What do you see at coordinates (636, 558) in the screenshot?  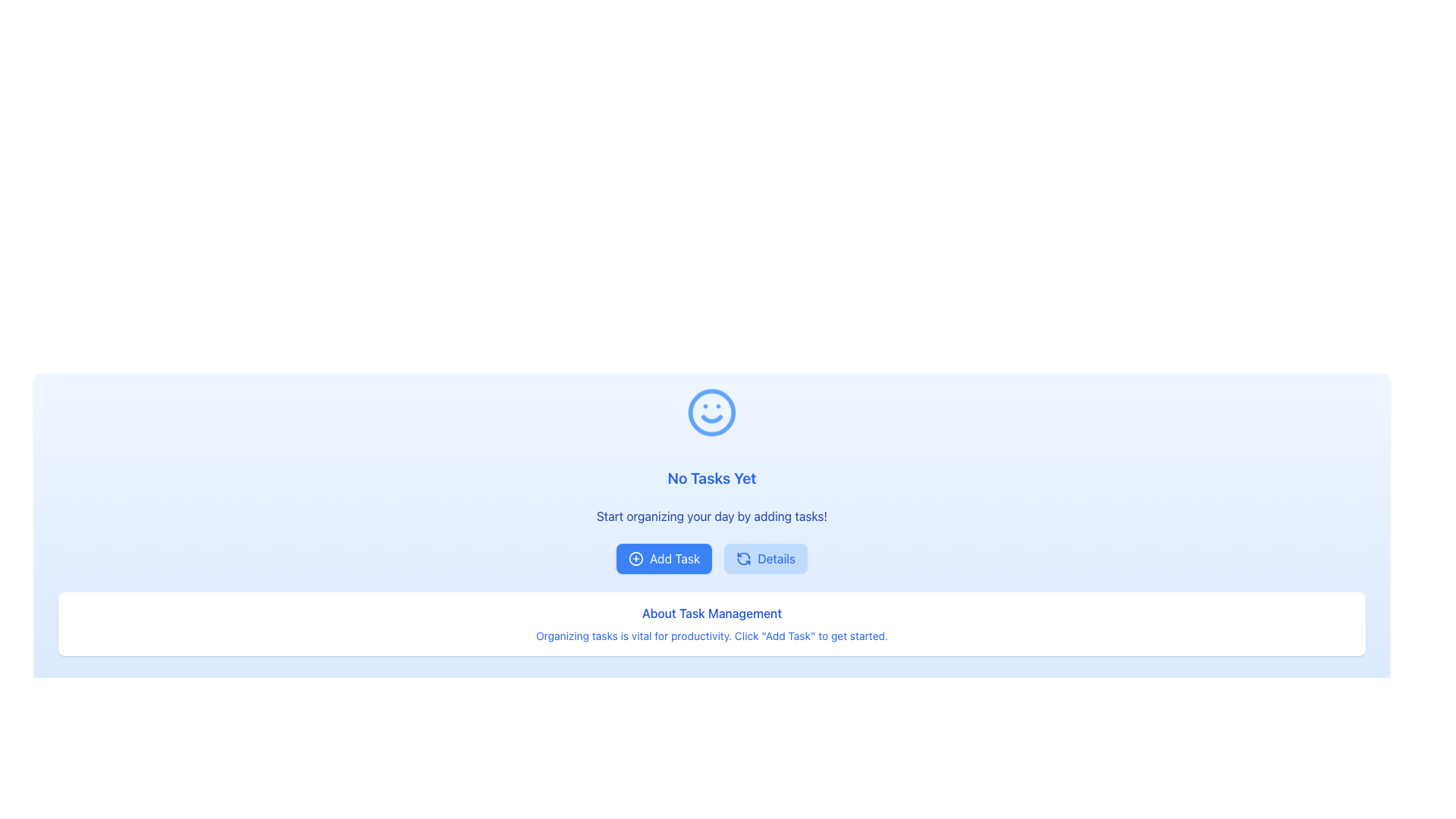 I see `the task addition icon located leftward of the 'Add Task' button text in the center-left area of the interface` at bounding box center [636, 558].